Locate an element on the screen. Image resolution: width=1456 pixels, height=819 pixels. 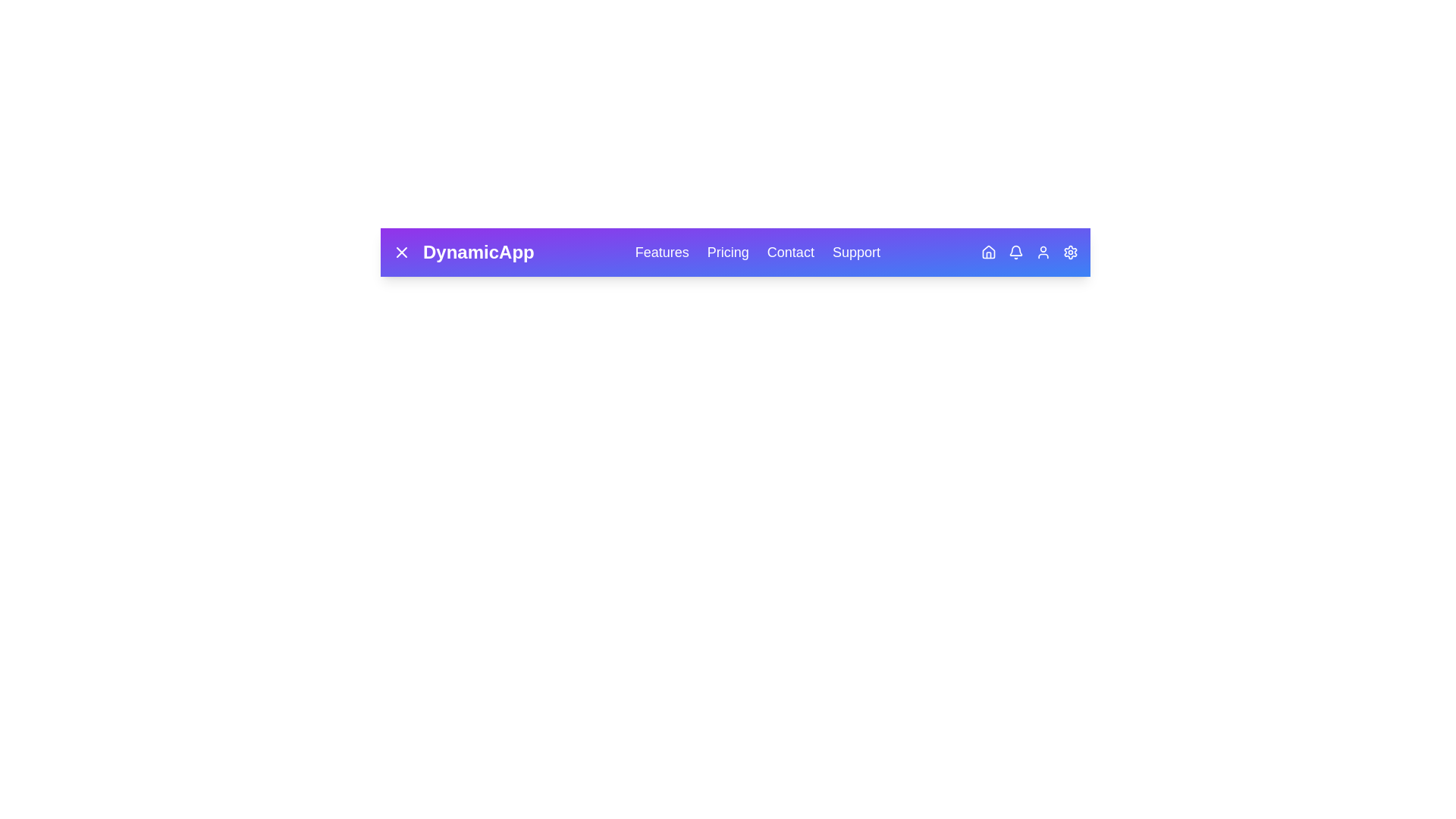
the navigation link labeled Contact to navigate to the respective section is located at coordinates (789, 251).